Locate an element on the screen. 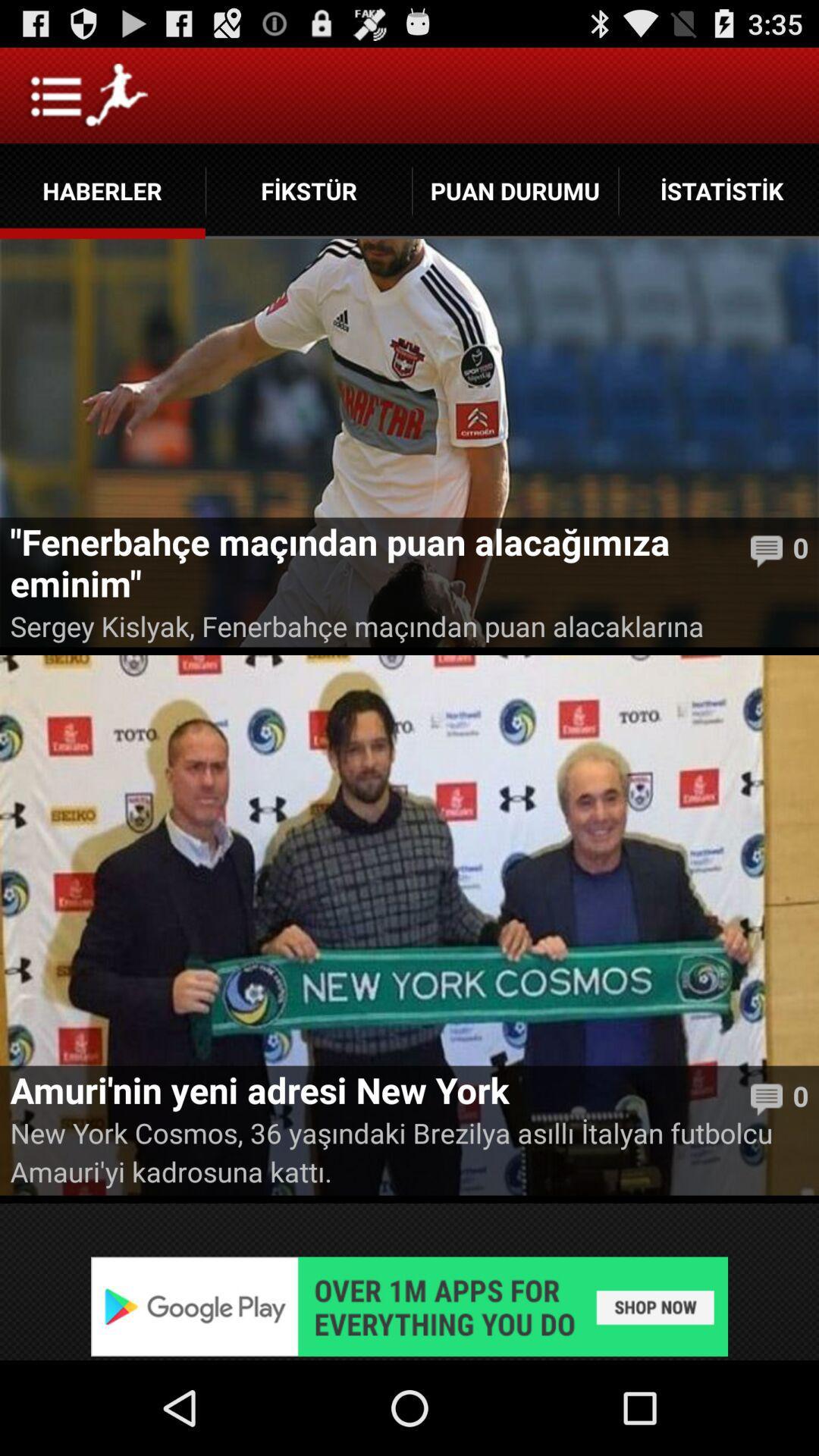 This screenshot has height=1456, width=819. click on advertisement is located at coordinates (409, 1306).